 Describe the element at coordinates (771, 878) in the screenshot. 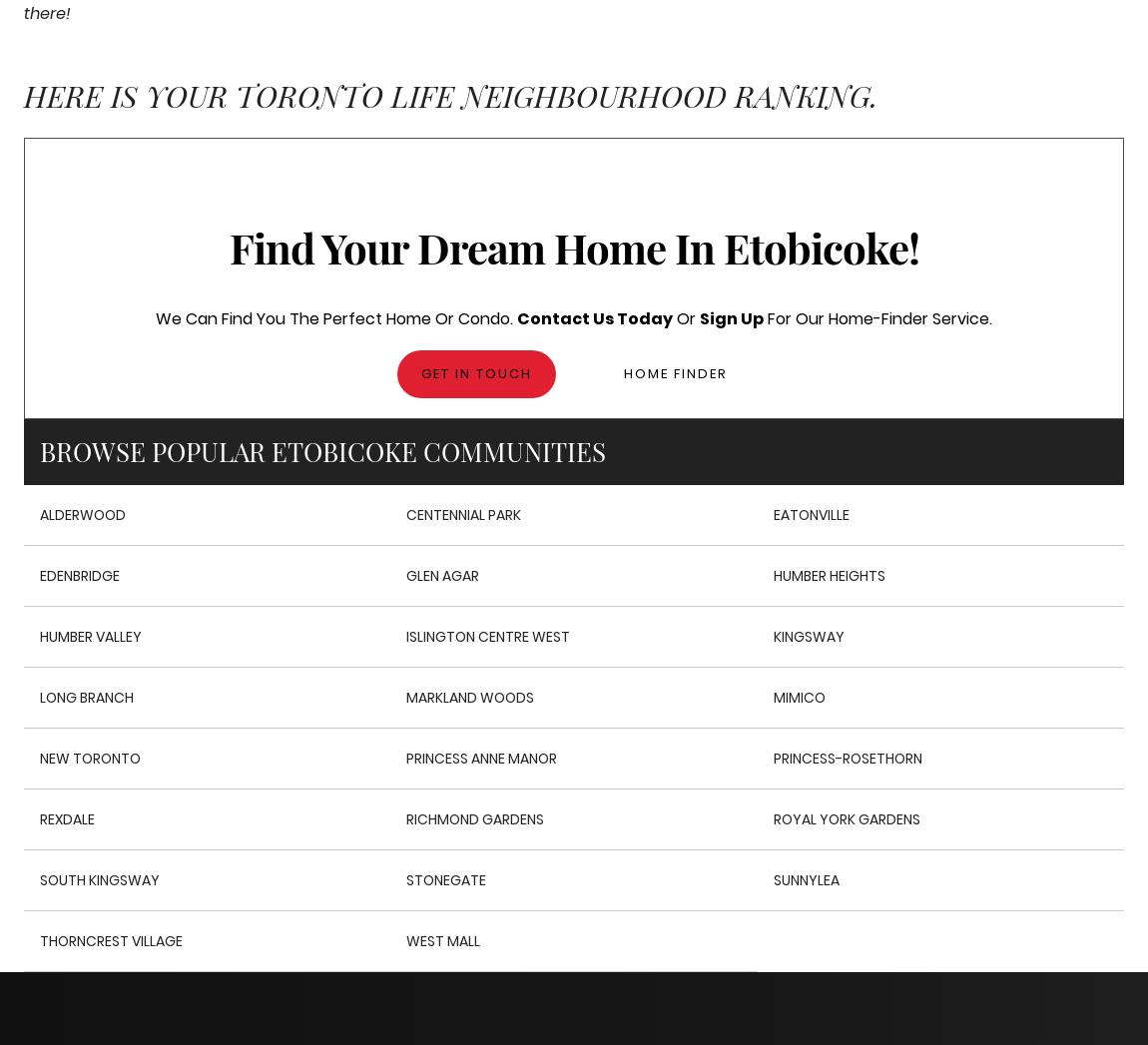

I see `'Sunnylea'` at that location.